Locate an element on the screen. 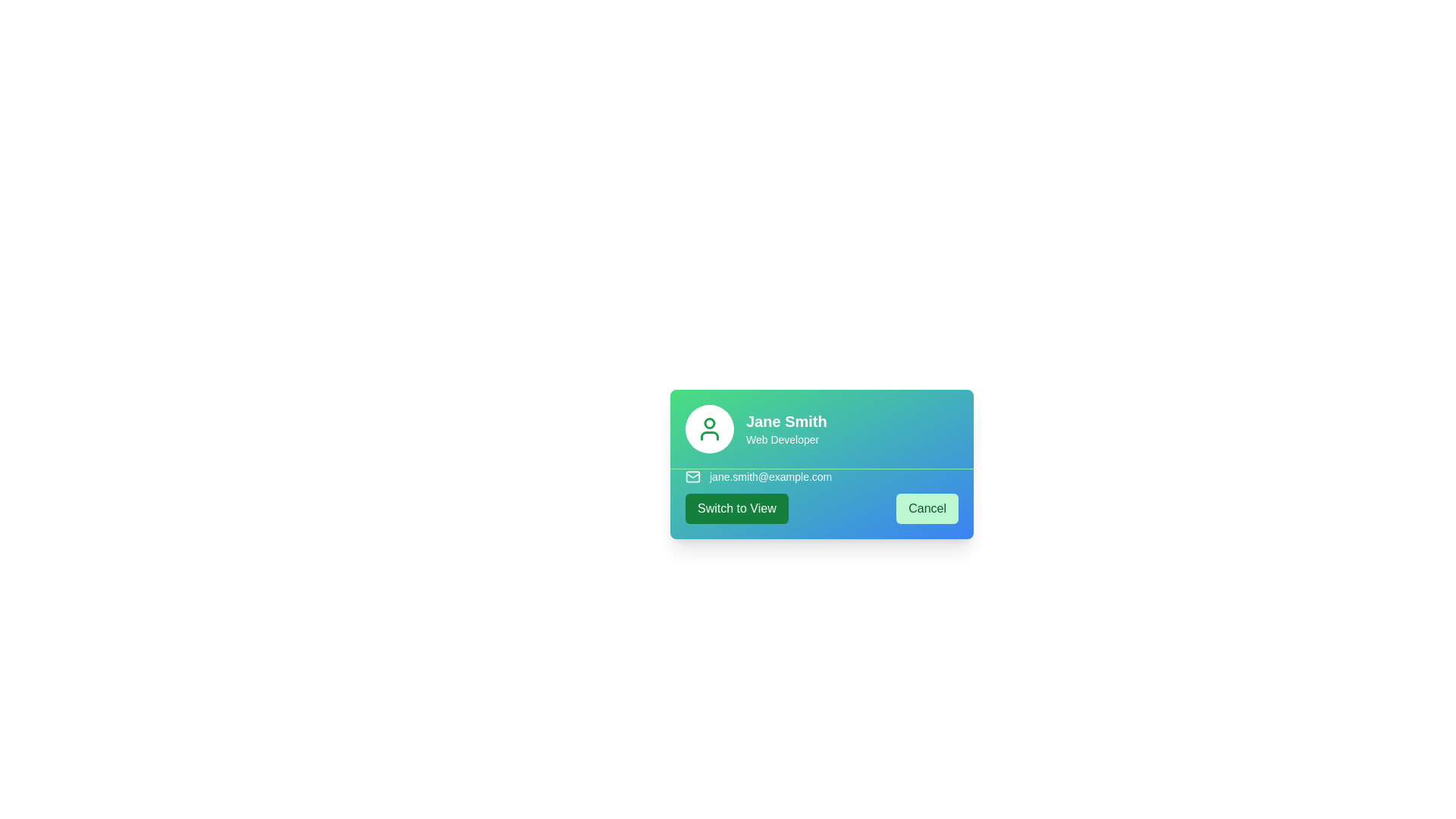 This screenshot has width=1456, height=819. the envelope body element within the email icon, which visually represents mail communication and is located just above the email address text on the user profile card is located at coordinates (692, 475).